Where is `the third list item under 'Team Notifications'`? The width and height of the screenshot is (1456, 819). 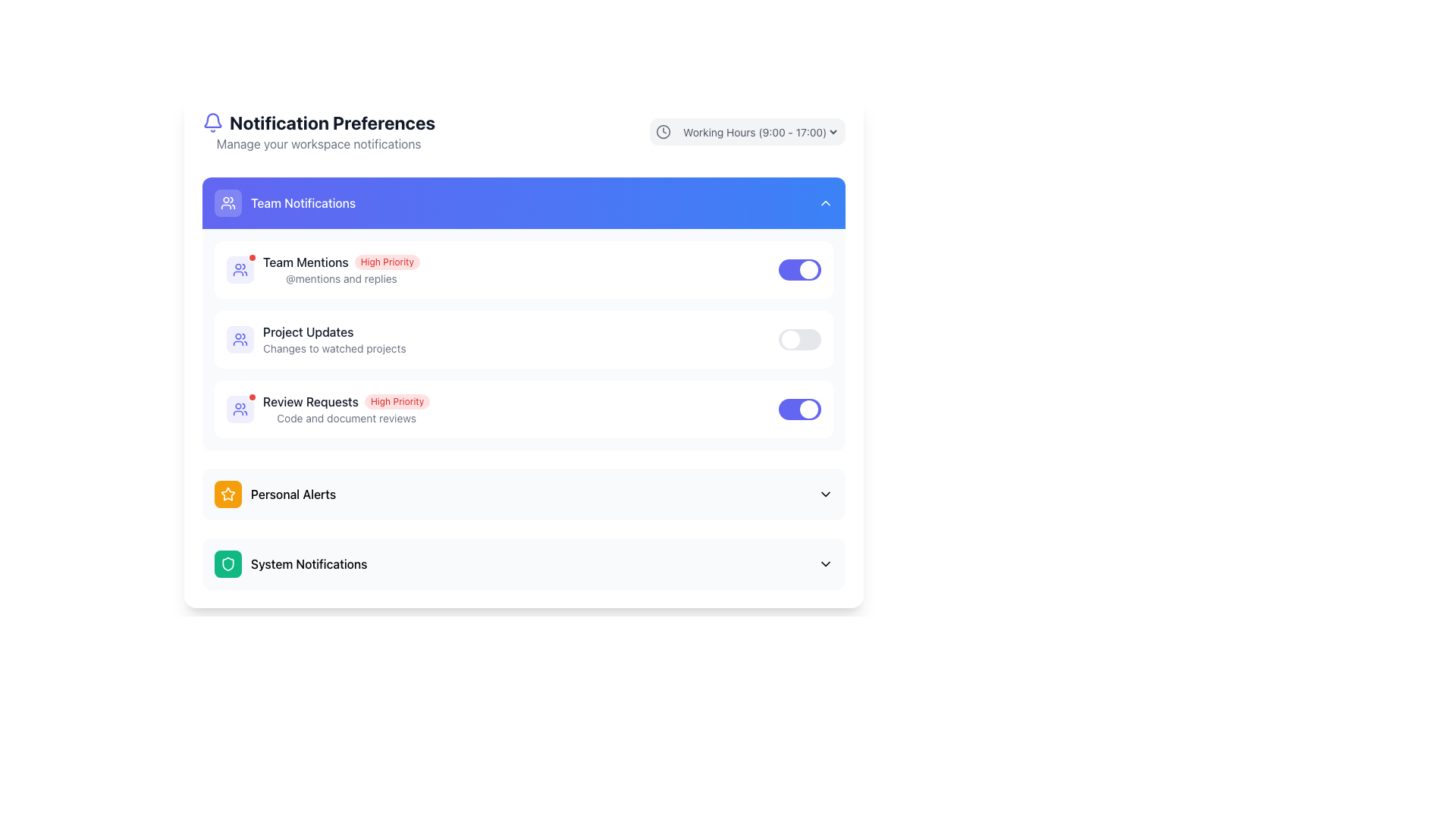 the third list item under 'Team Notifications' is located at coordinates (328, 409).